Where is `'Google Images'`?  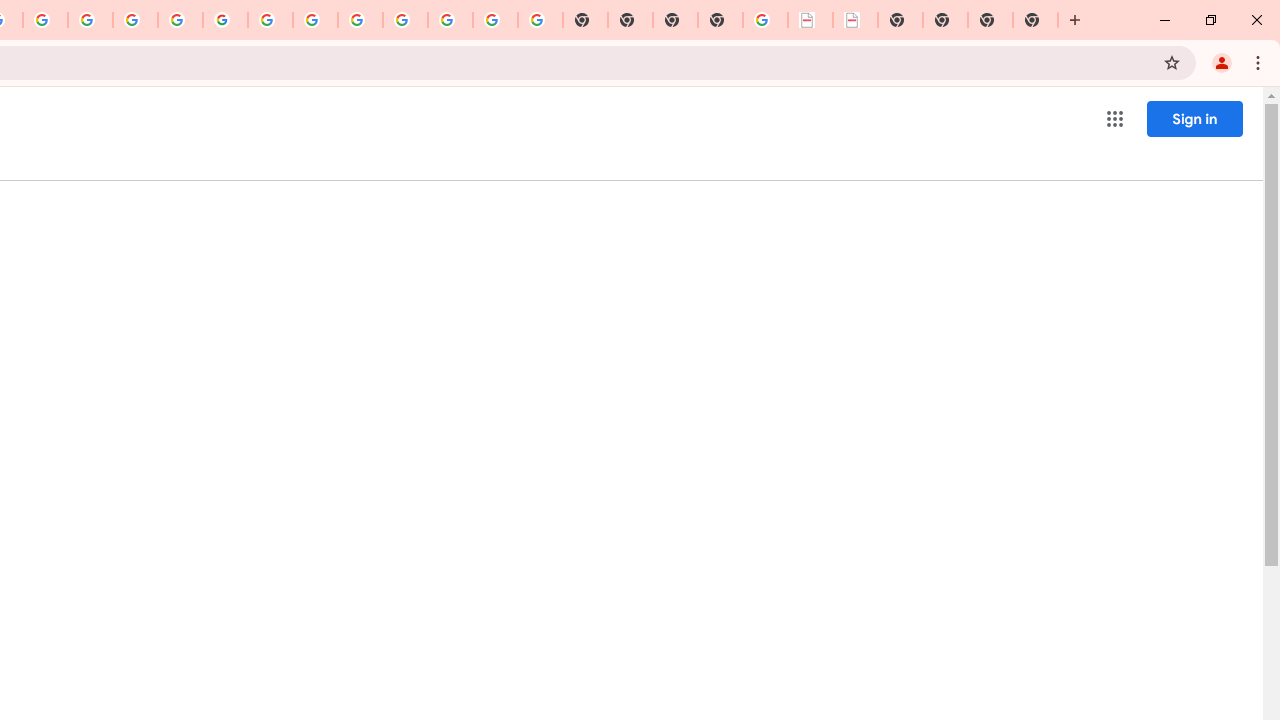 'Google Images' is located at coordinates (540, 20).